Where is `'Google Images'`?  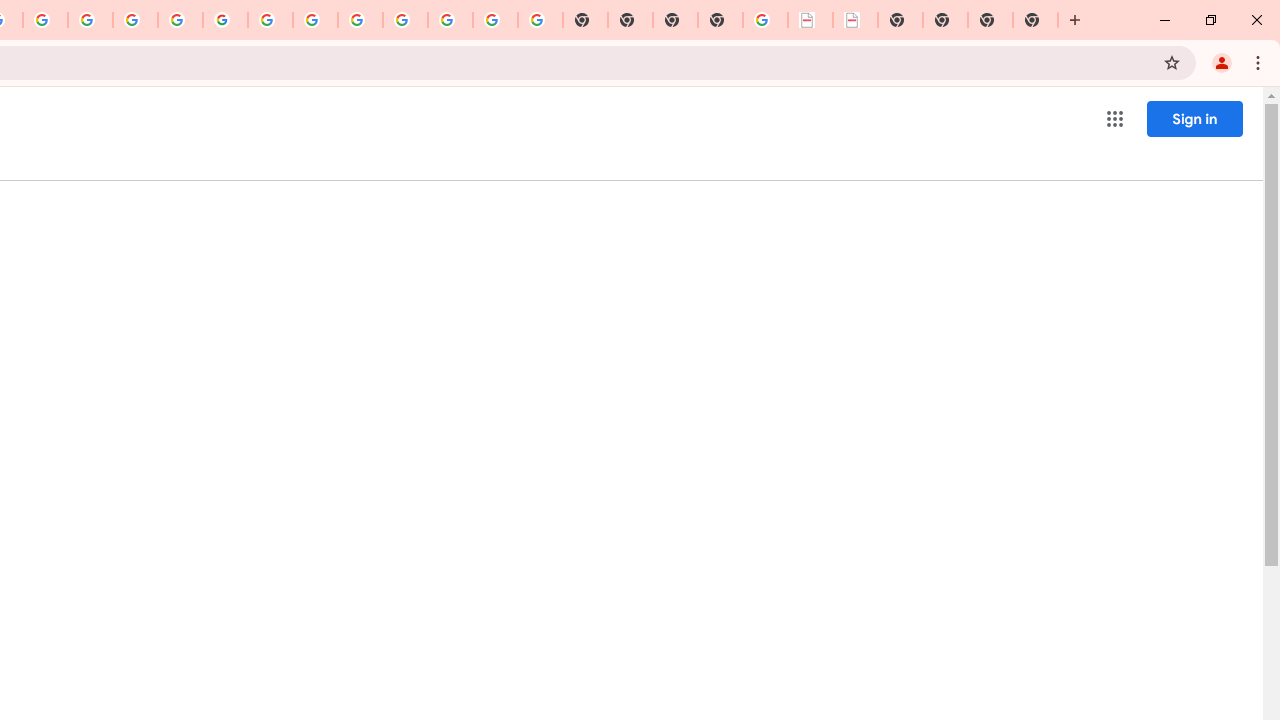 'Google Images' is located at coordinates (540, 20).